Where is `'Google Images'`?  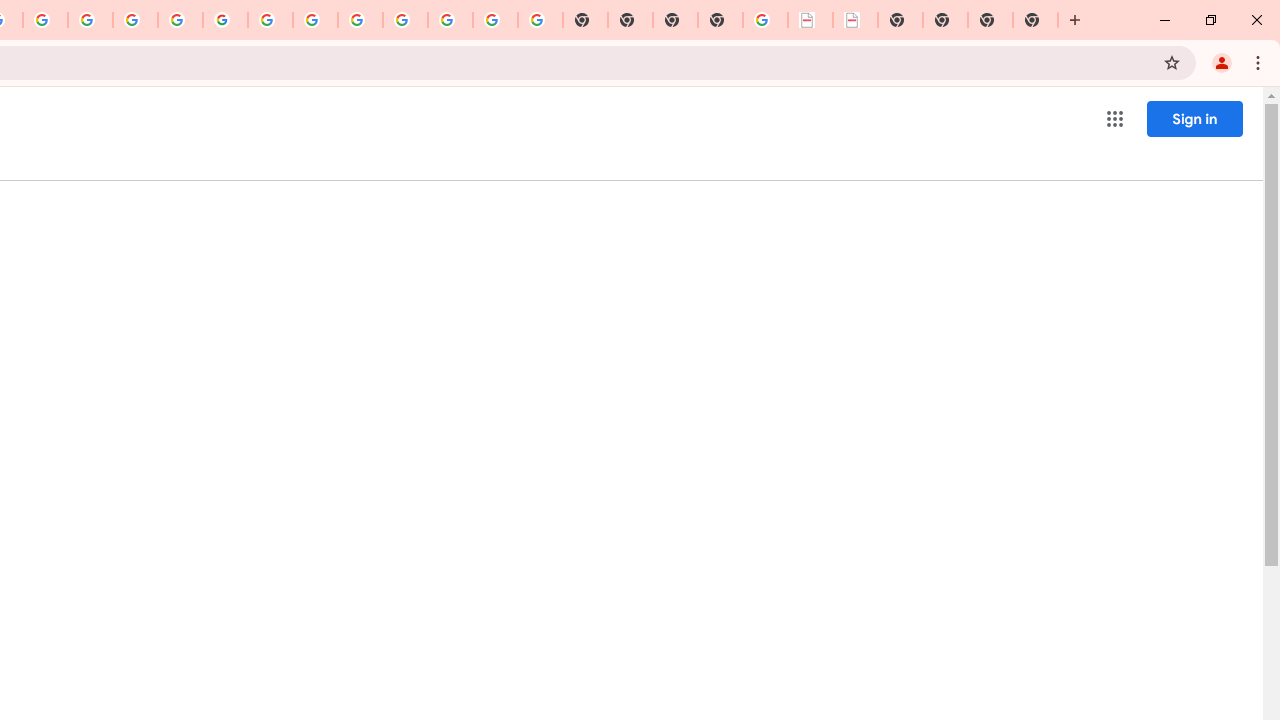 'Google Images' is located at coordinates (540, 20).